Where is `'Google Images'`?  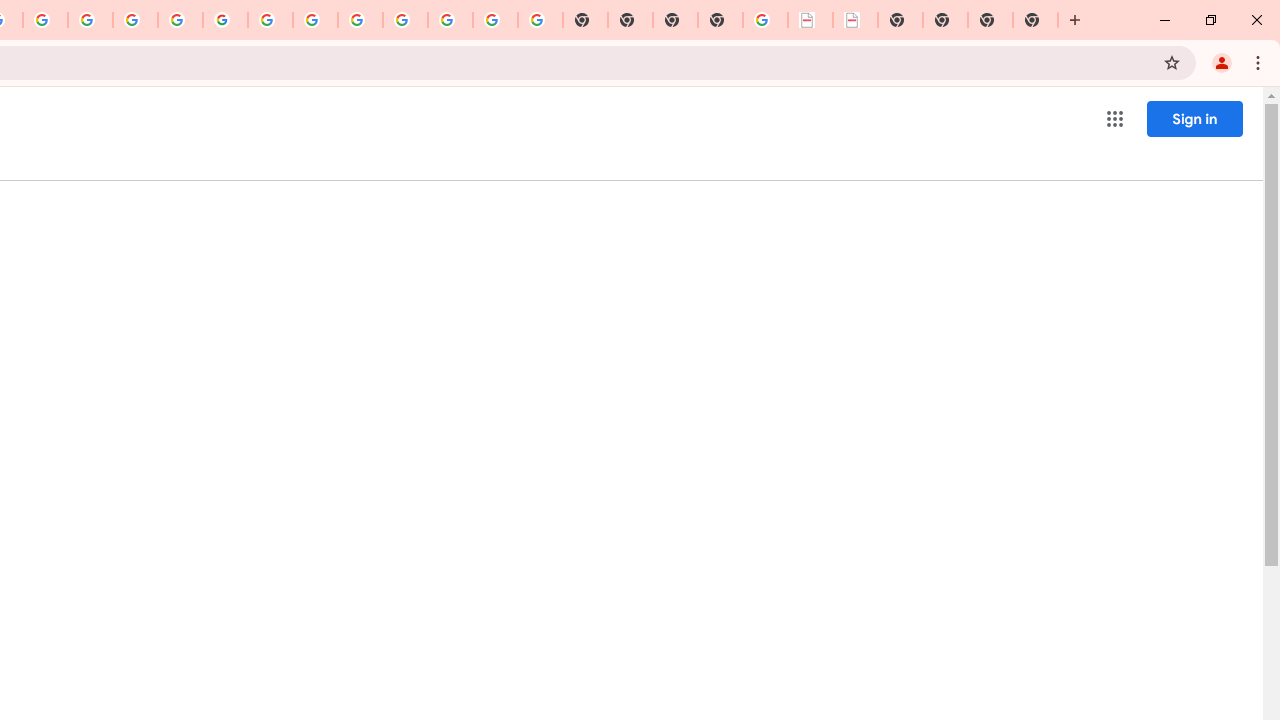 'Google Images' is located at coordinates (540, 20).